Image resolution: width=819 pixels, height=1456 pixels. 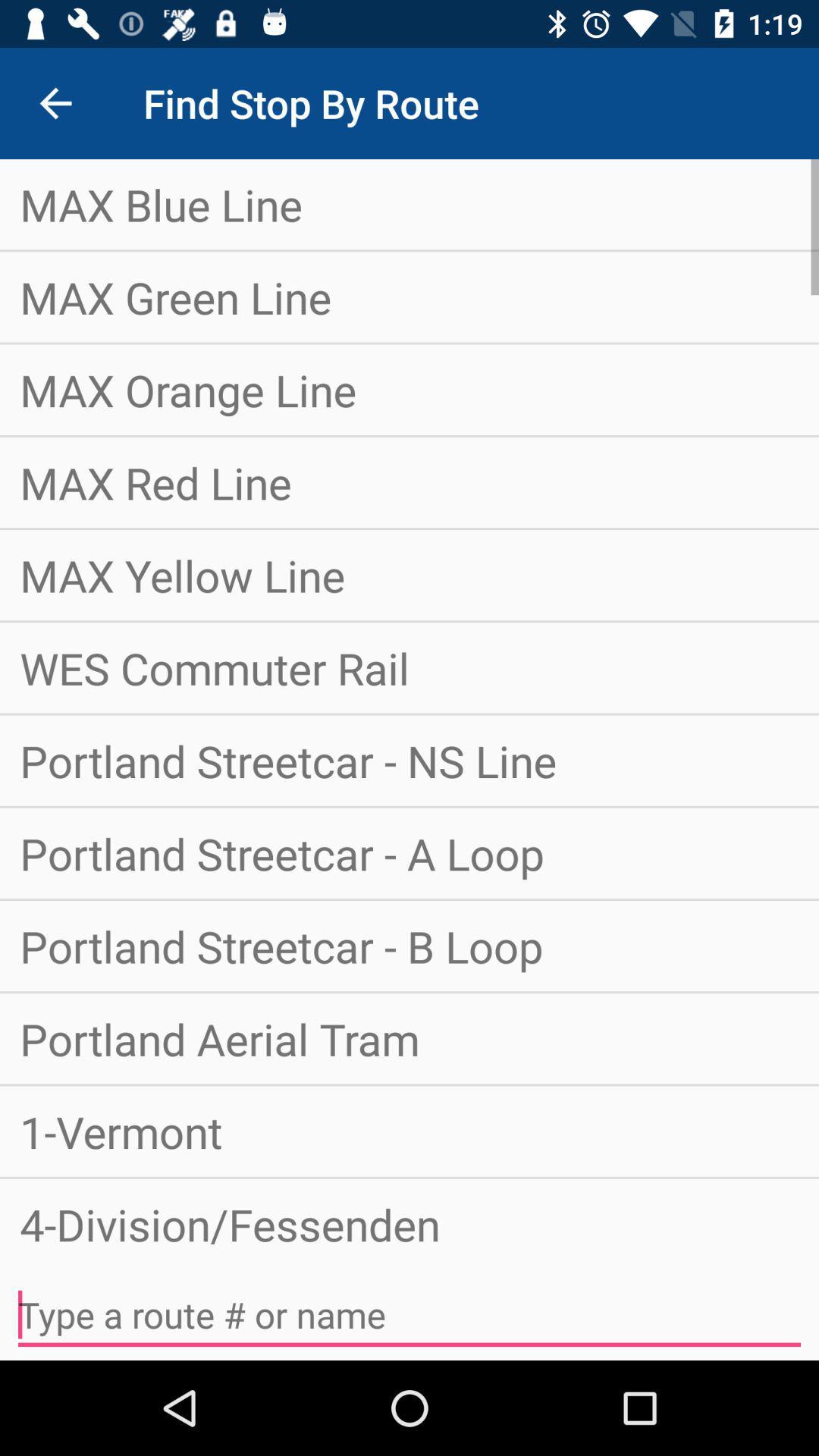 What do you see at coordinates (409, 1037) in the screenshot?
I see `the icon below the portland streetcar b` at bounding box center [409, 1037].